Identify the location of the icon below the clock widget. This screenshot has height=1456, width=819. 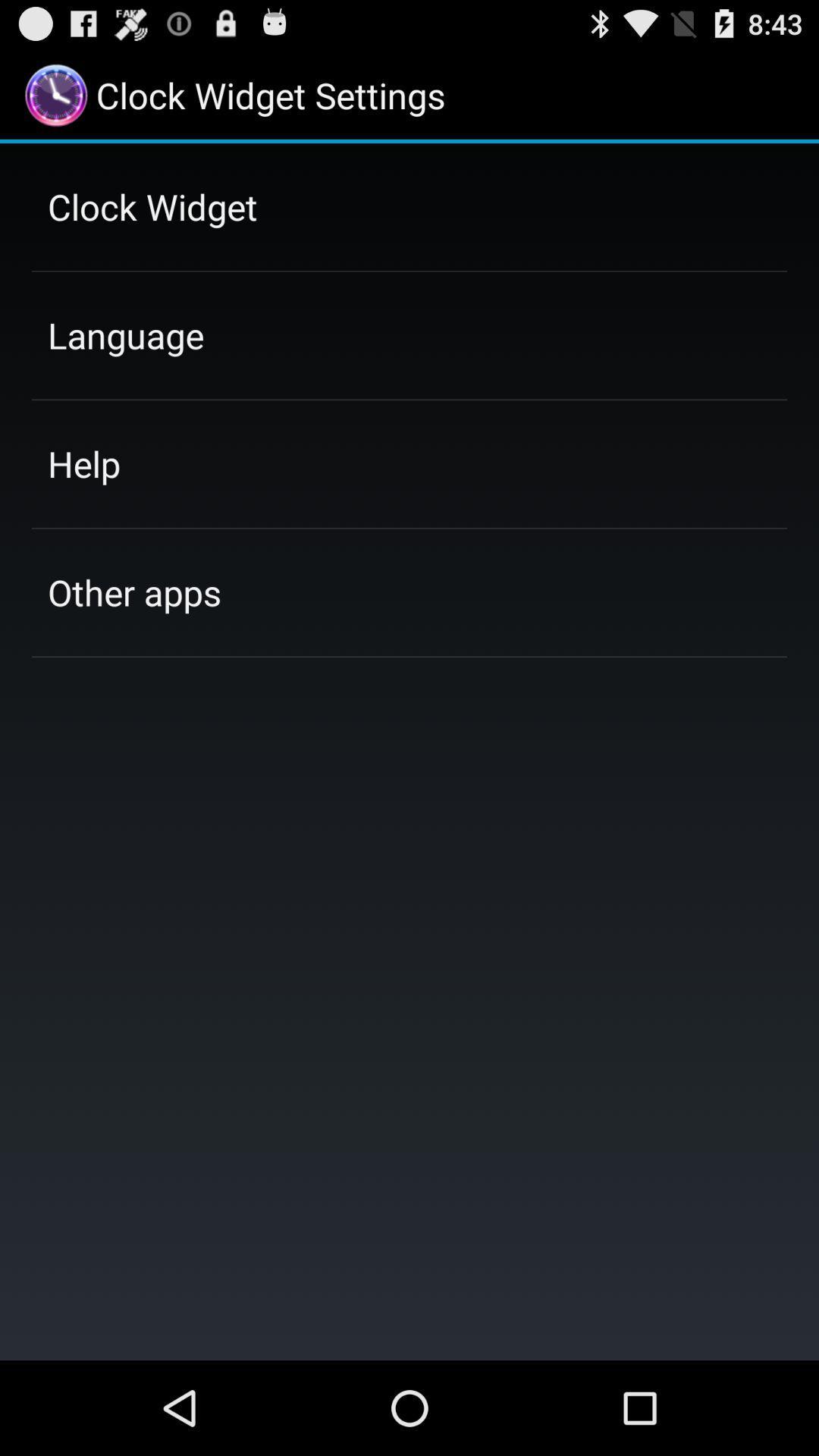
(125, 334).